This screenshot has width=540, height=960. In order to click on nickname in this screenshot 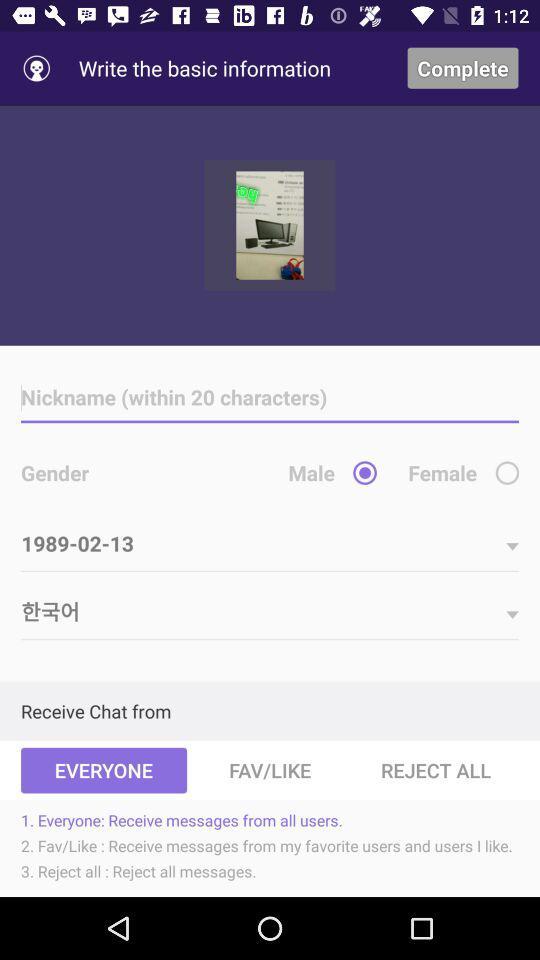, I will do `click(270, 397)`.